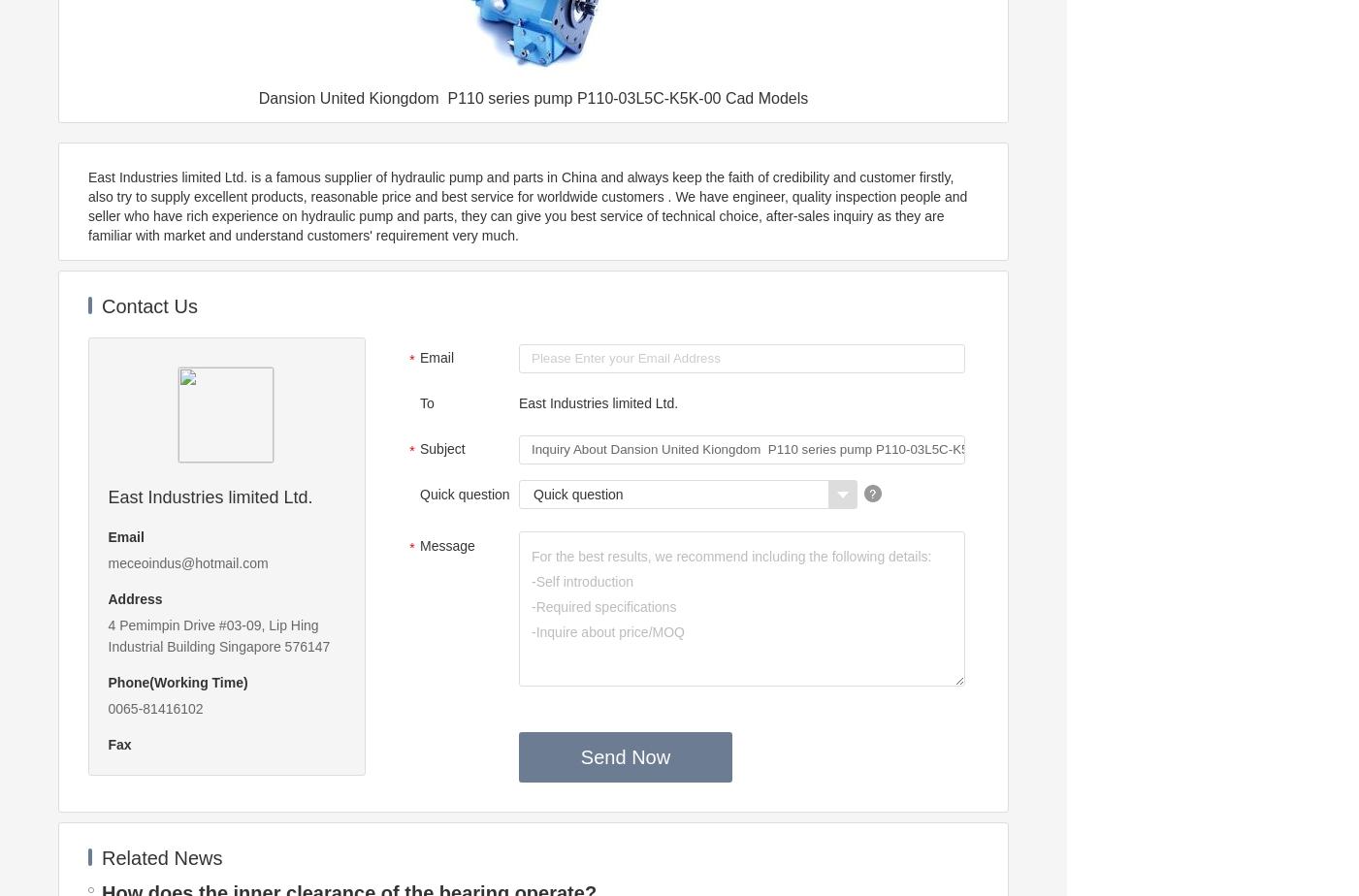  I want to click on 'Send Now', so click(624, 756).